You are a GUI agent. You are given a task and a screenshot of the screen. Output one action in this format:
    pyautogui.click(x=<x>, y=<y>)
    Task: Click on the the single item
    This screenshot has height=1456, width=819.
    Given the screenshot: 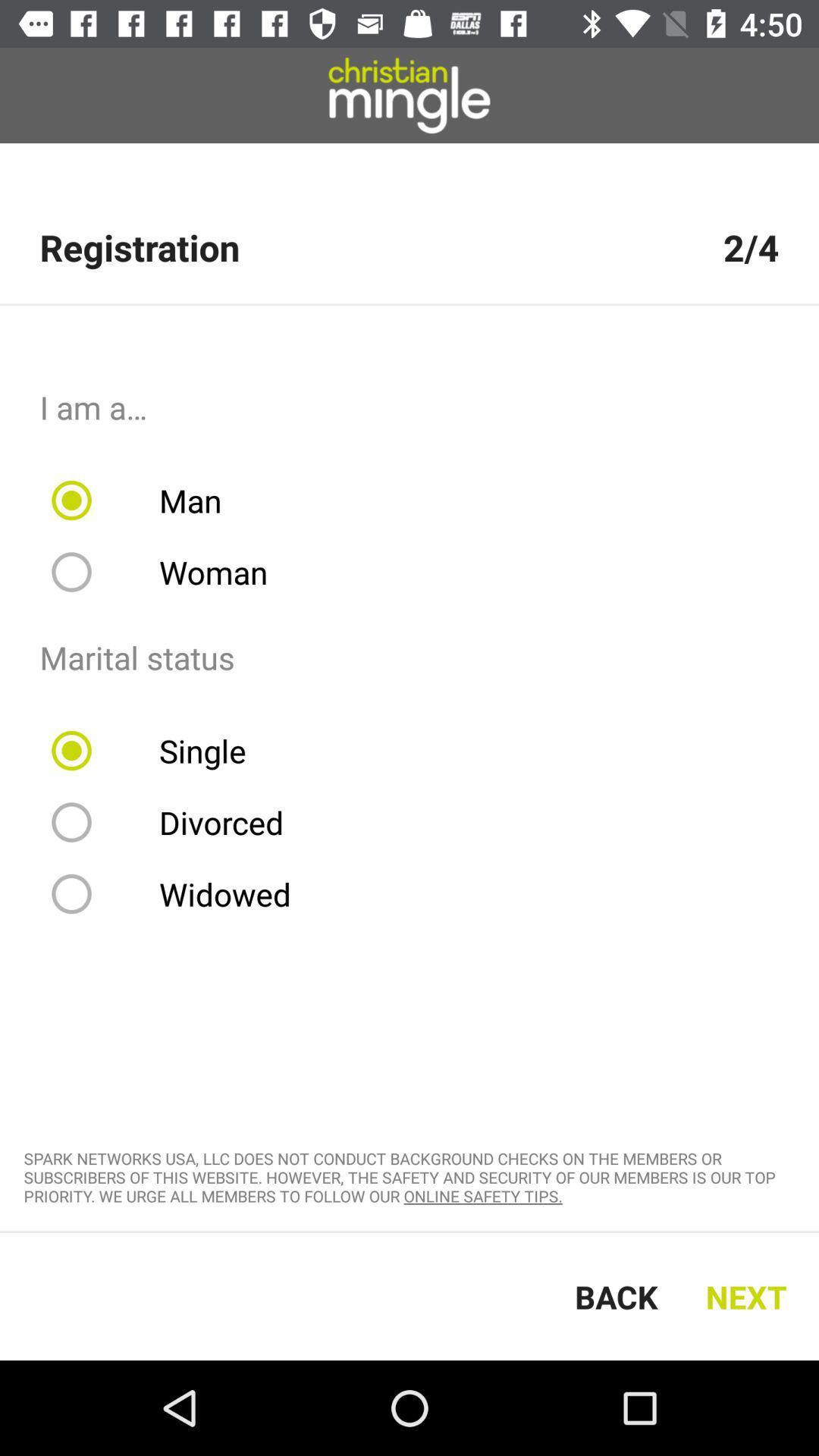 What is the action you would take?
    pyautogui.click(x=158, y=750)
    